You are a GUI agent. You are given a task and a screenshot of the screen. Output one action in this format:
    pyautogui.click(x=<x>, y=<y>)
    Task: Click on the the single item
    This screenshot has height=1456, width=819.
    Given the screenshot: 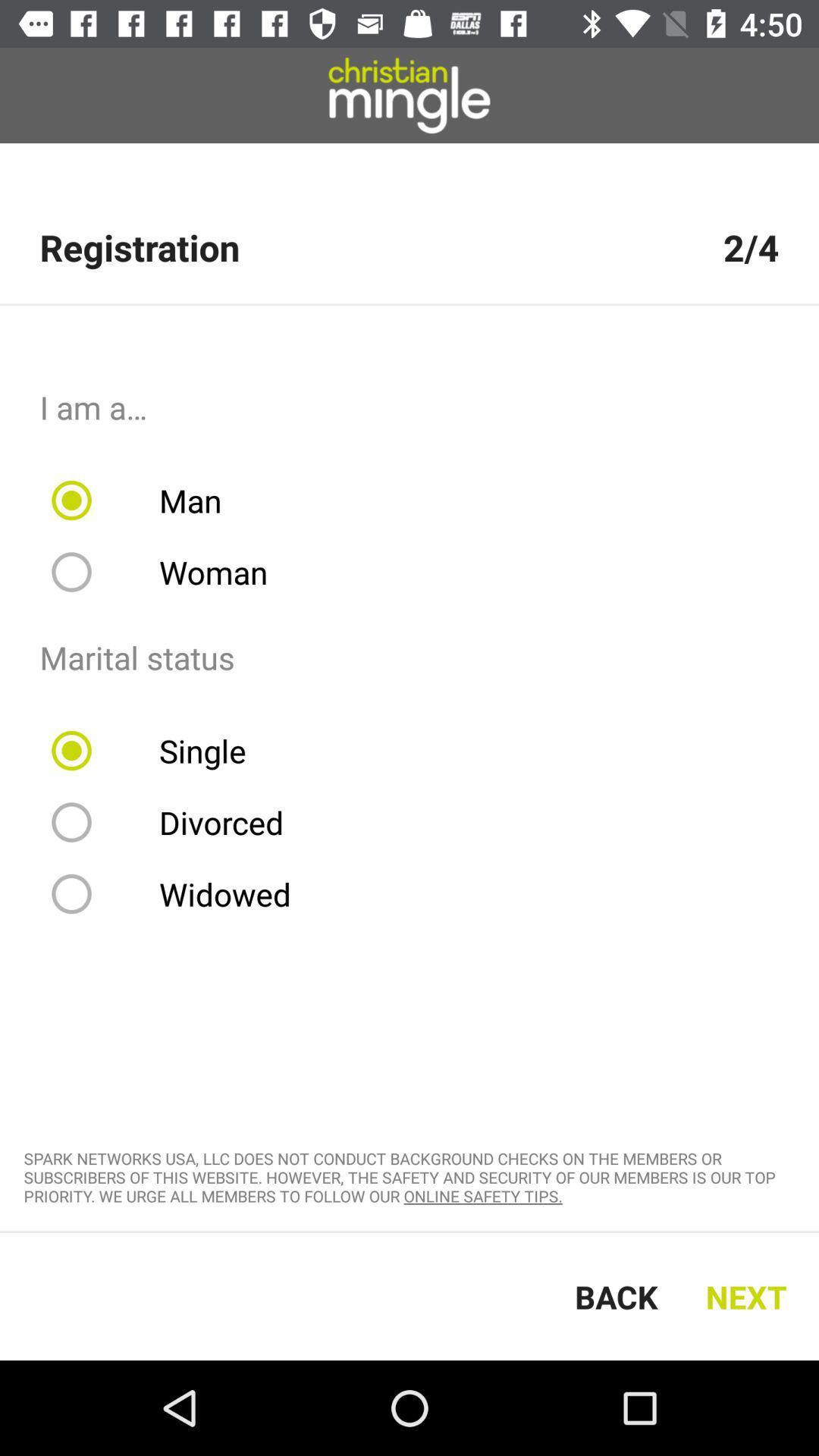 What is the action you would take?
    pyautogui.click(x=158, y=750)
    